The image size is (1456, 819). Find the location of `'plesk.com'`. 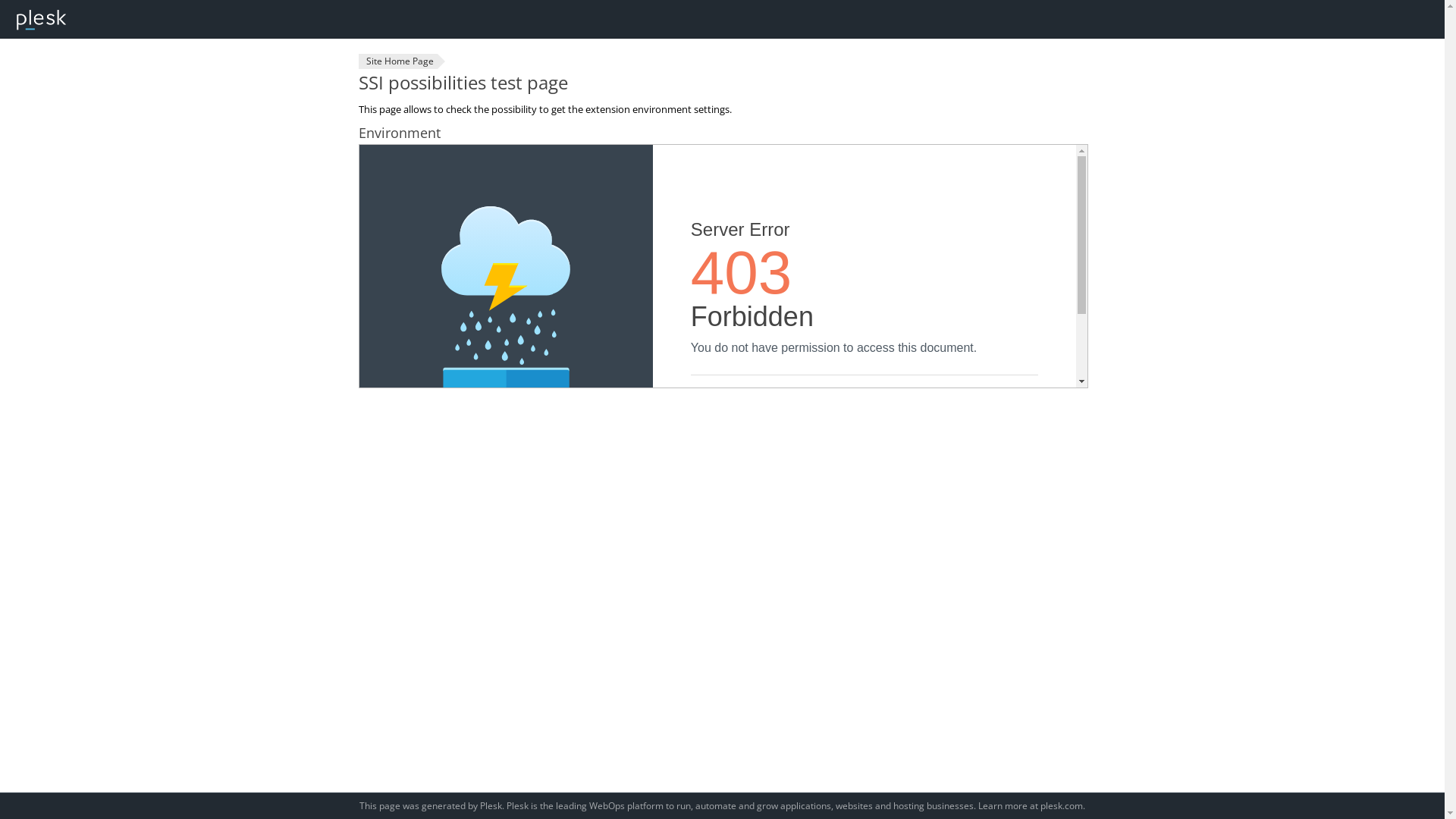

'plesk.com' is located at coordinates (1061, 805).